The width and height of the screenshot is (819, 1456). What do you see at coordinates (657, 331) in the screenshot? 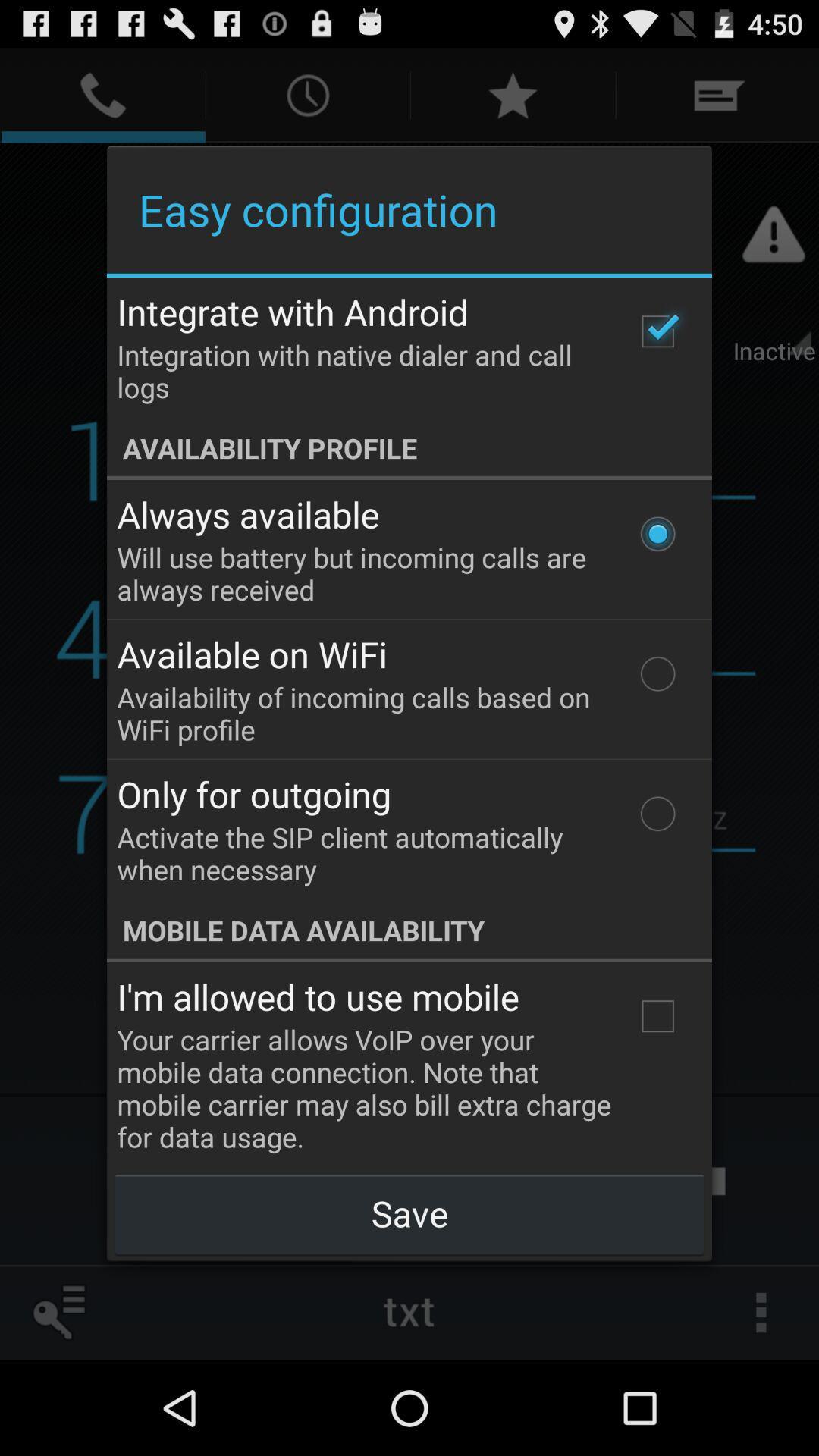
I see `item above the availability profile` at bounding box center [657, 331].